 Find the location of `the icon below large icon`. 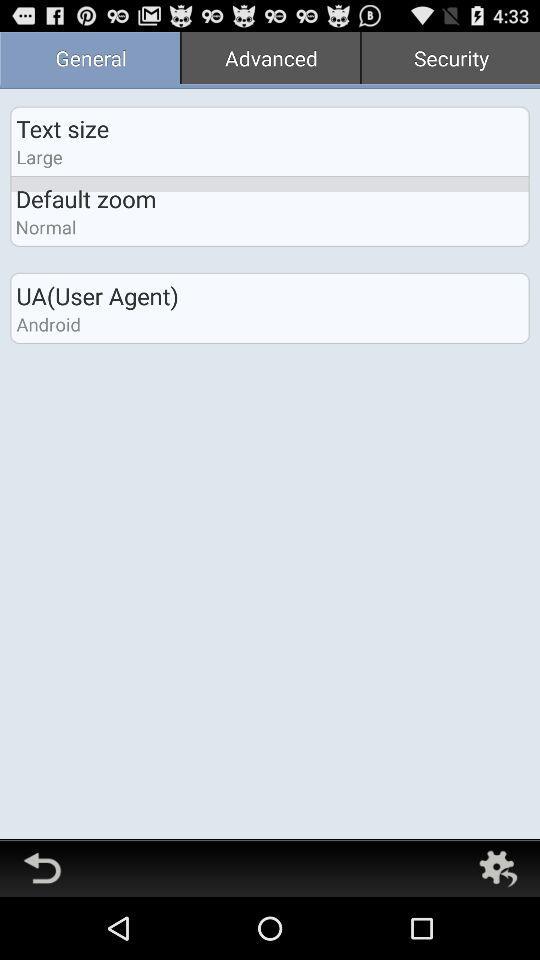

the icon below large icon is located at coordinates (85, 198).